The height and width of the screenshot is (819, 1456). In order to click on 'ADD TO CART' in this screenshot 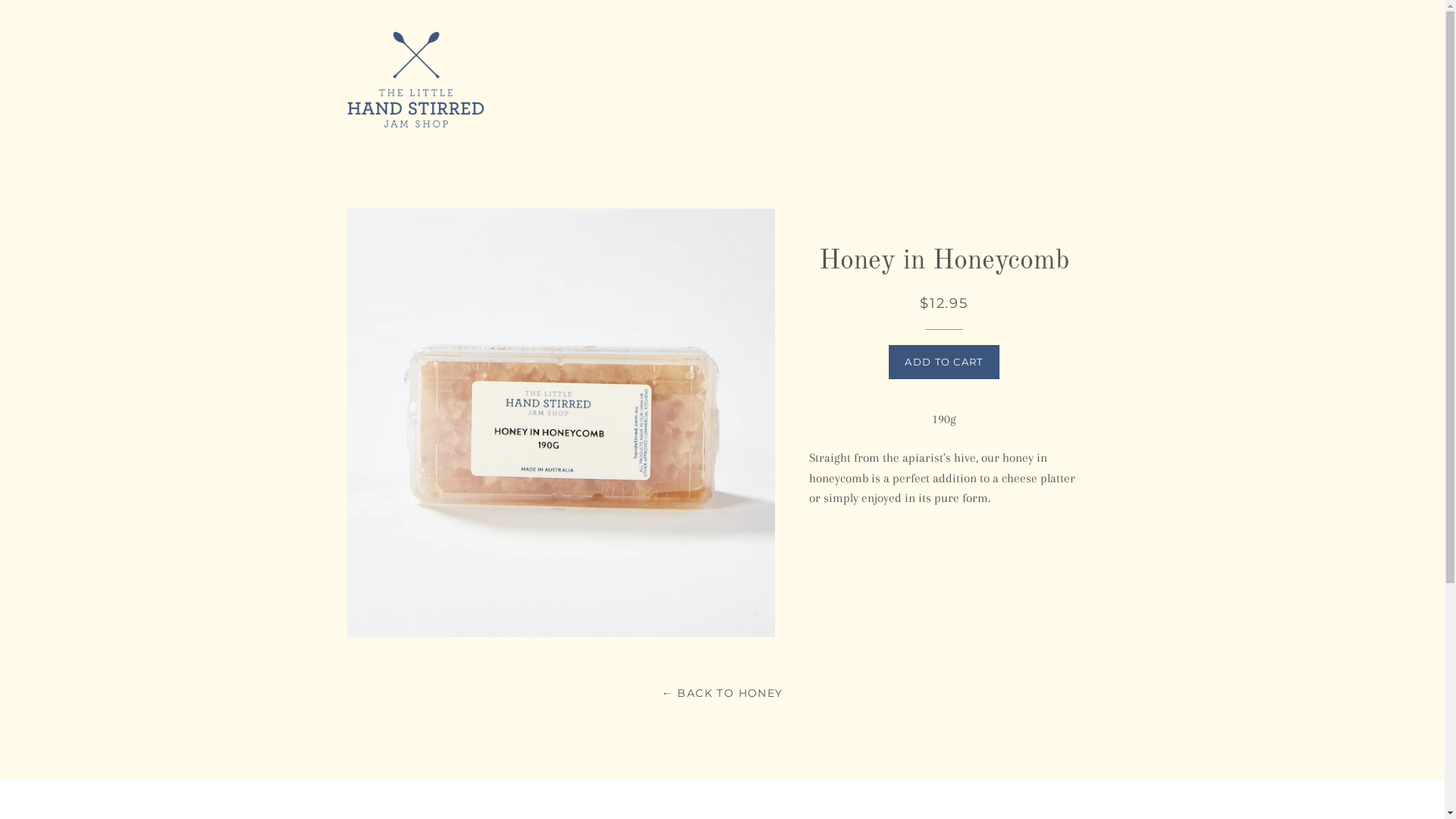, I will do `click(888, 362)`.